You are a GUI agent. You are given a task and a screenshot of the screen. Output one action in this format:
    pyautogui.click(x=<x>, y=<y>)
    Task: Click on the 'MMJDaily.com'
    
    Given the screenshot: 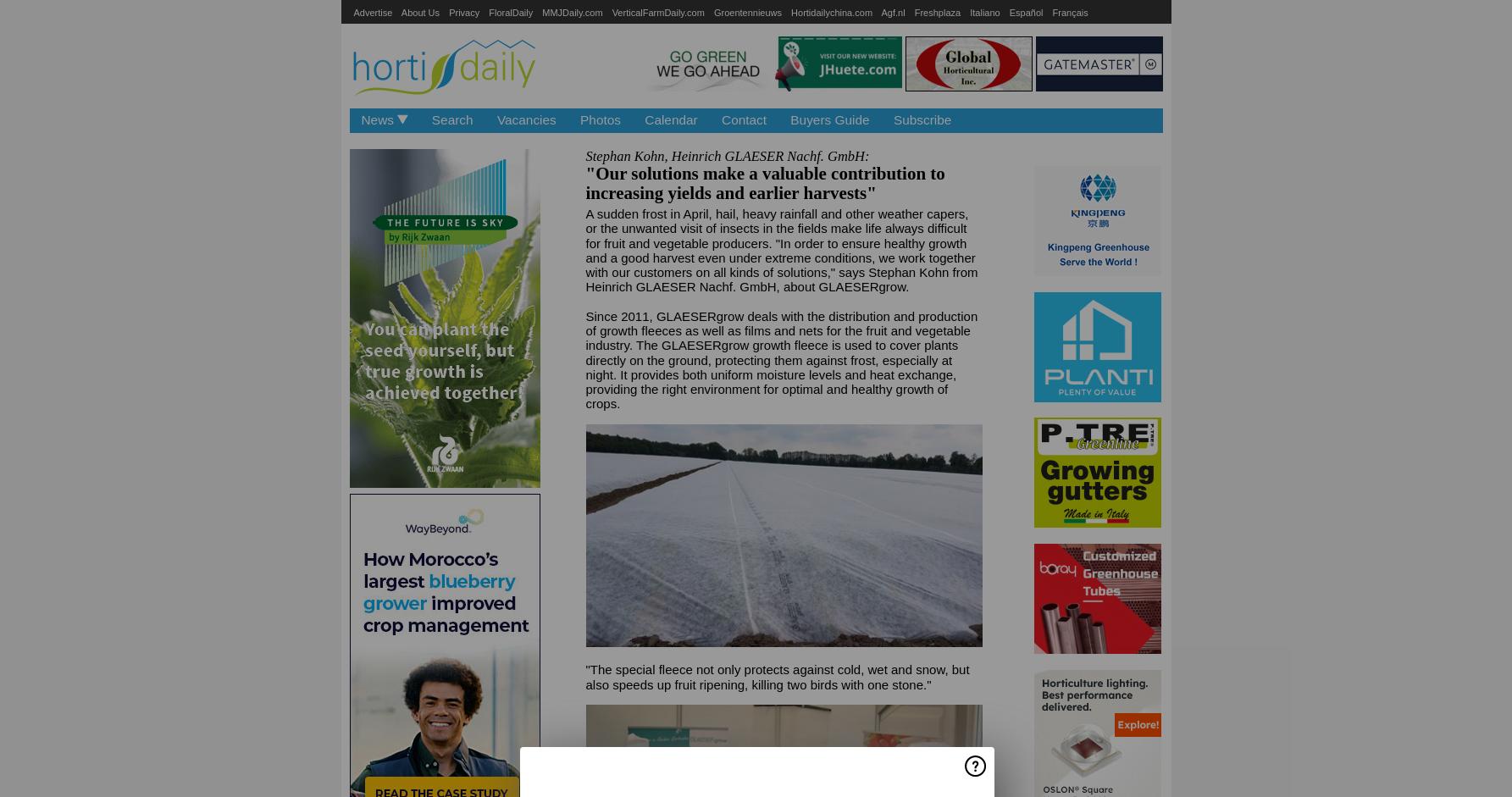 What is the action you would take?
    pyautogui.click(x=571, y=12)
    